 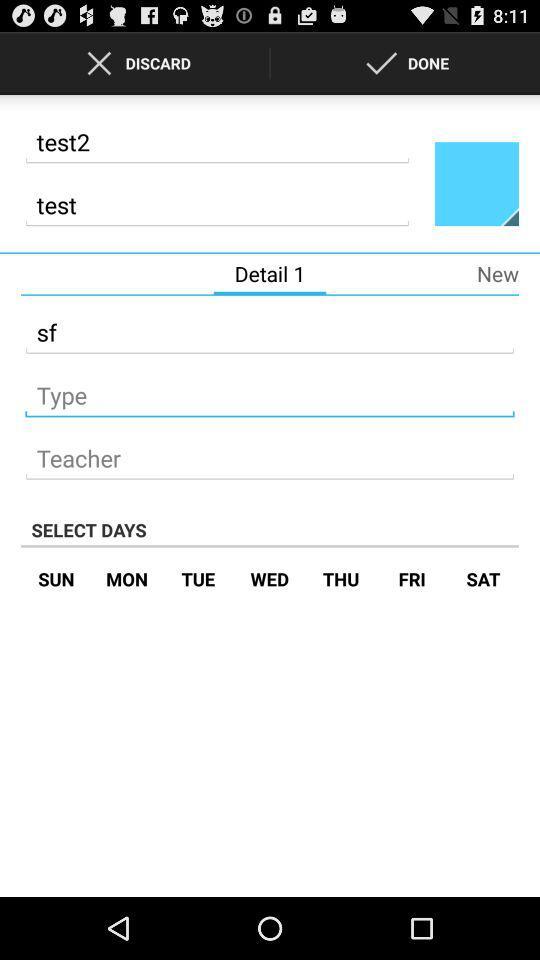 What do you see at coordinates (270, 453) in the screenshot?
I see `teacher` at bounding box center [270, 453].